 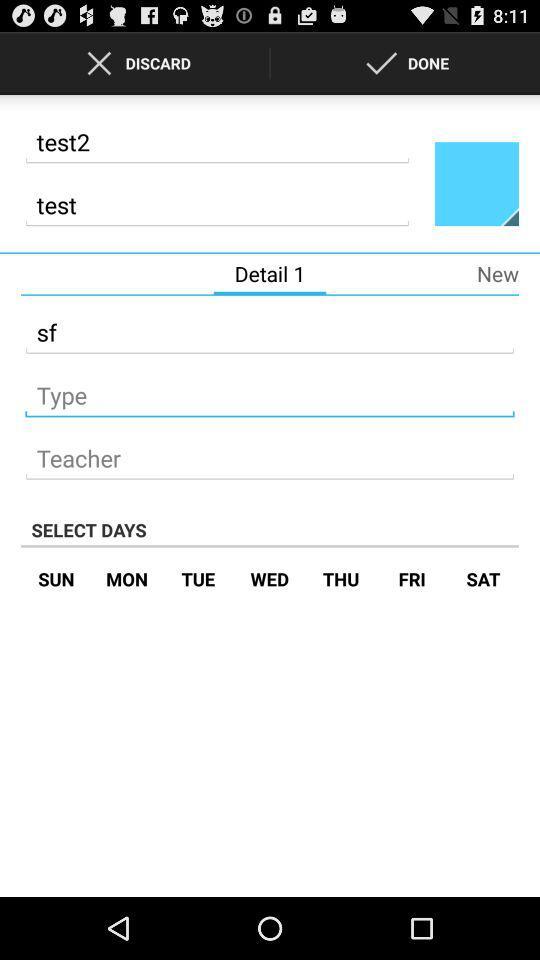 What do you see at coordinates (270, 453) in the screenshot?
I see `teacher` at bounding box center [270, 453].